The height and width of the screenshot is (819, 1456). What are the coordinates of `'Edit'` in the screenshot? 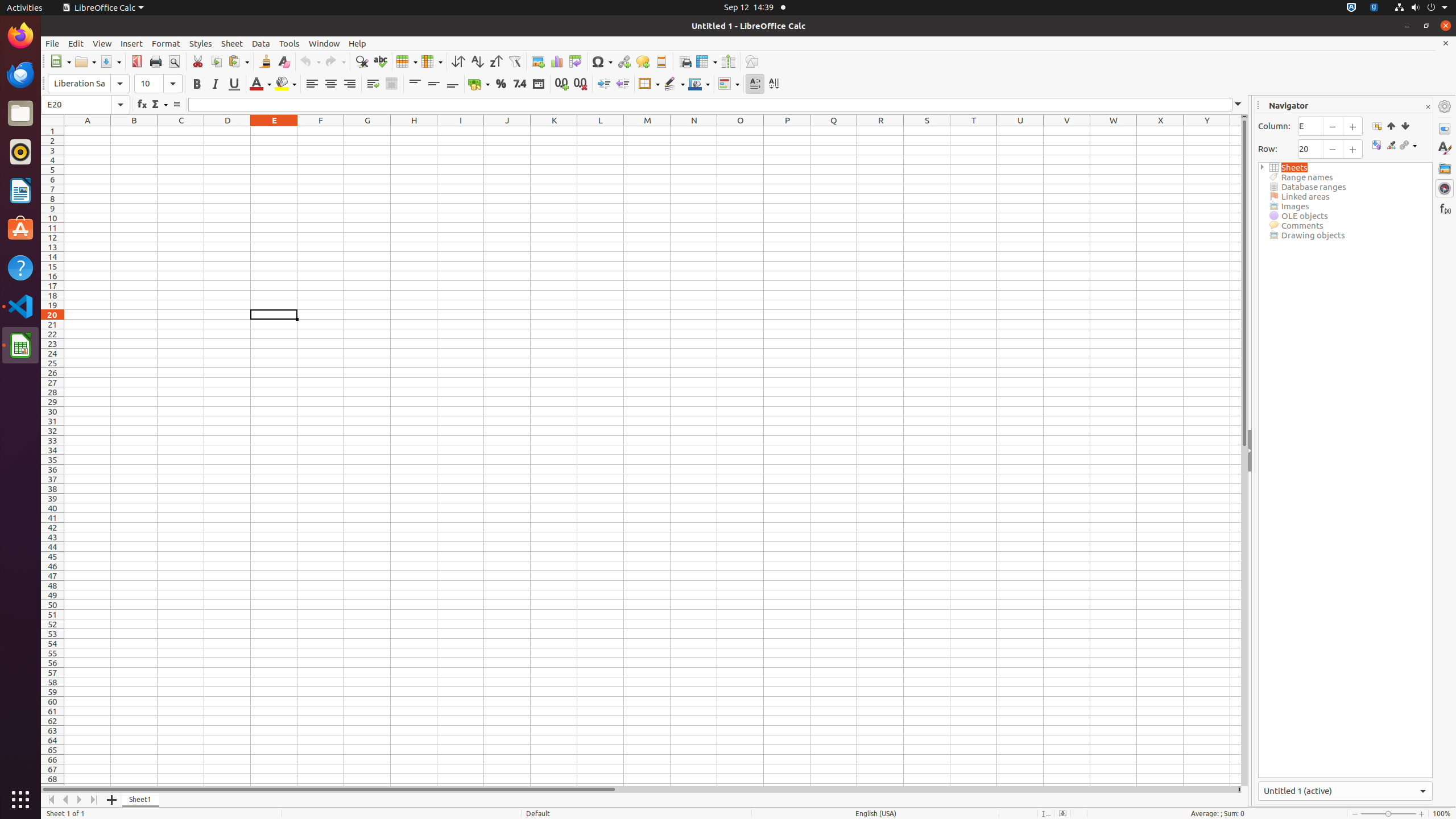 It's located at (76, 43).